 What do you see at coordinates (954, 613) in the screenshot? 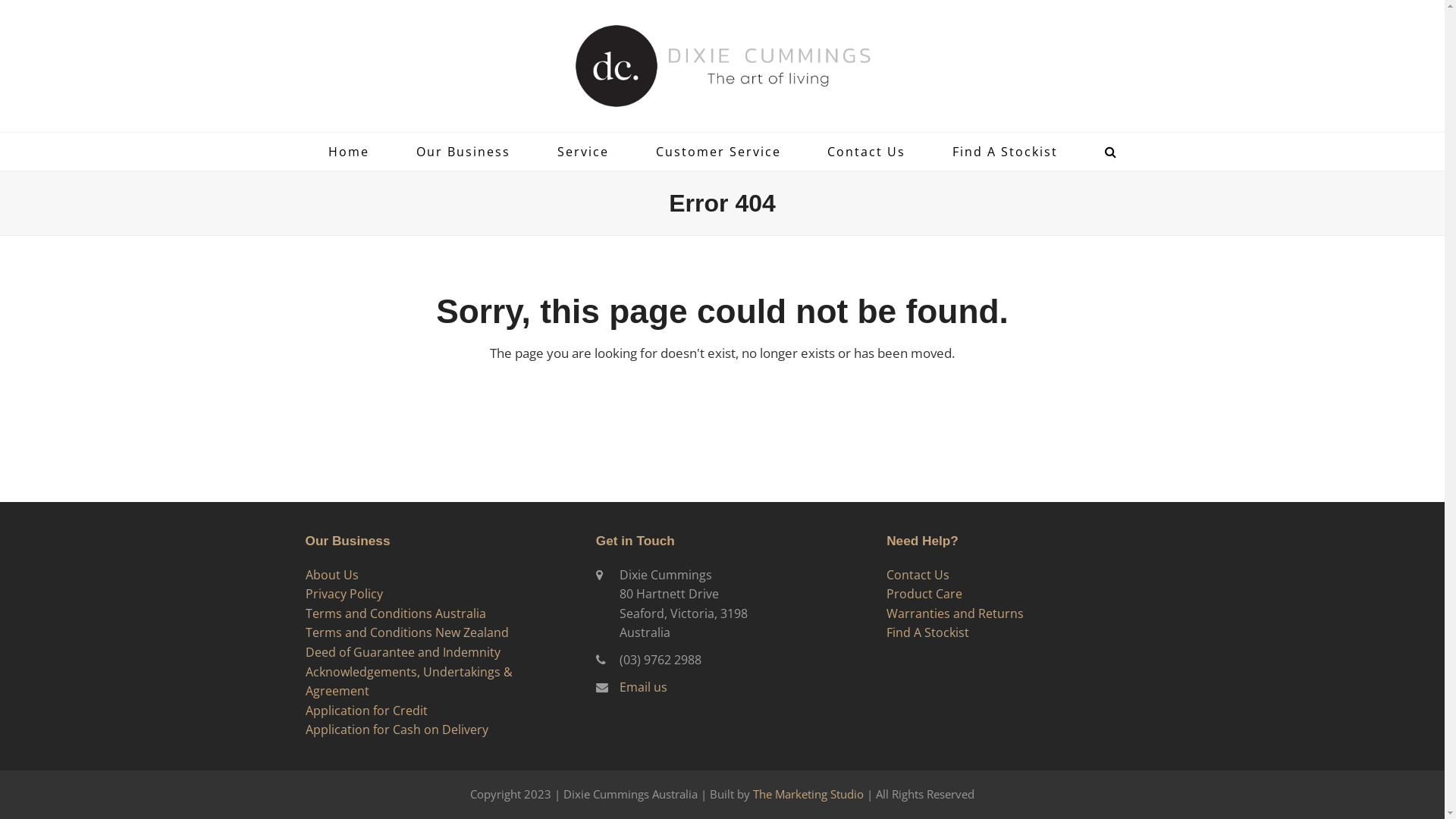
I see `'Warranties and Returns'` at bounding box center [954, 613].